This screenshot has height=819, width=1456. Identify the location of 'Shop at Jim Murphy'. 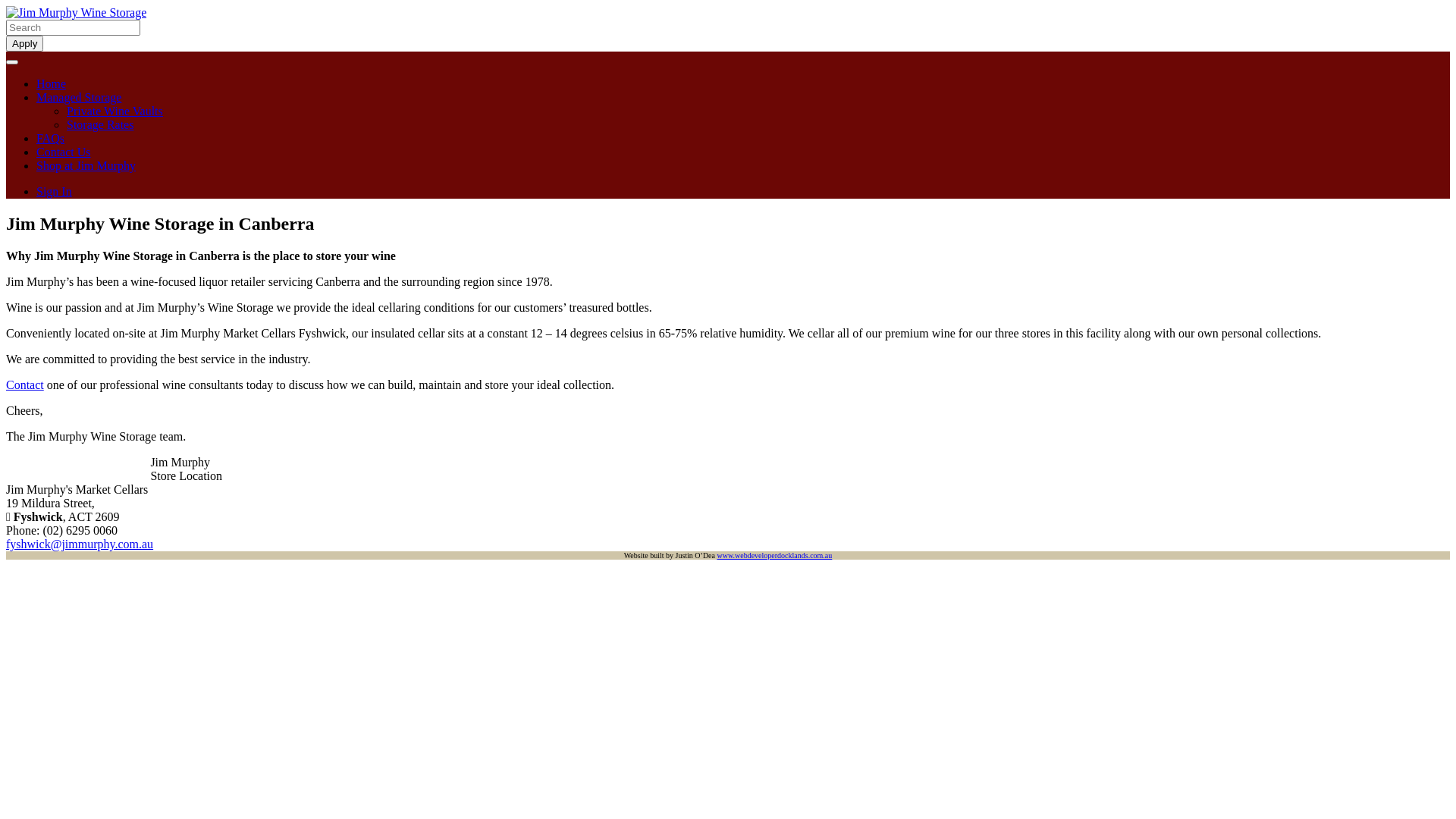
(36, 165).